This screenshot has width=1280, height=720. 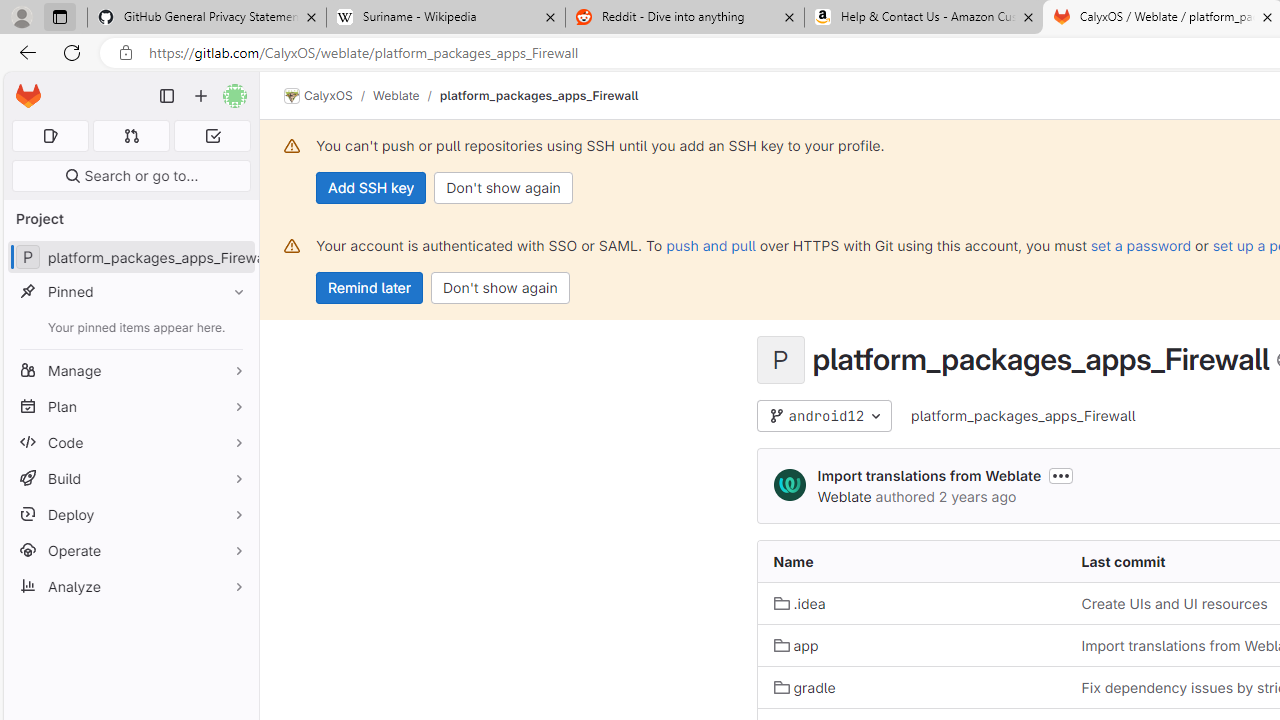 I want to click on 'Hosted Weblate', so click(x=788, y=486).